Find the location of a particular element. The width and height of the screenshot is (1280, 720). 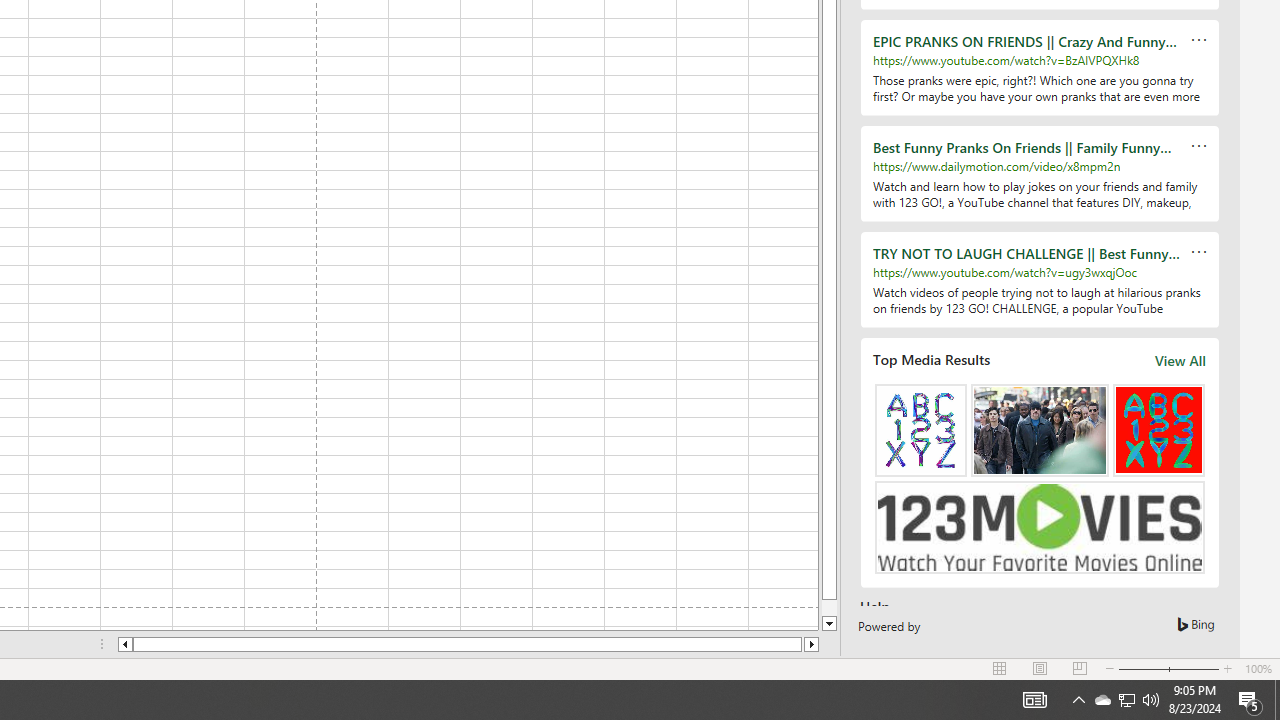

'Normal' is located at coordinates (1000, 669).